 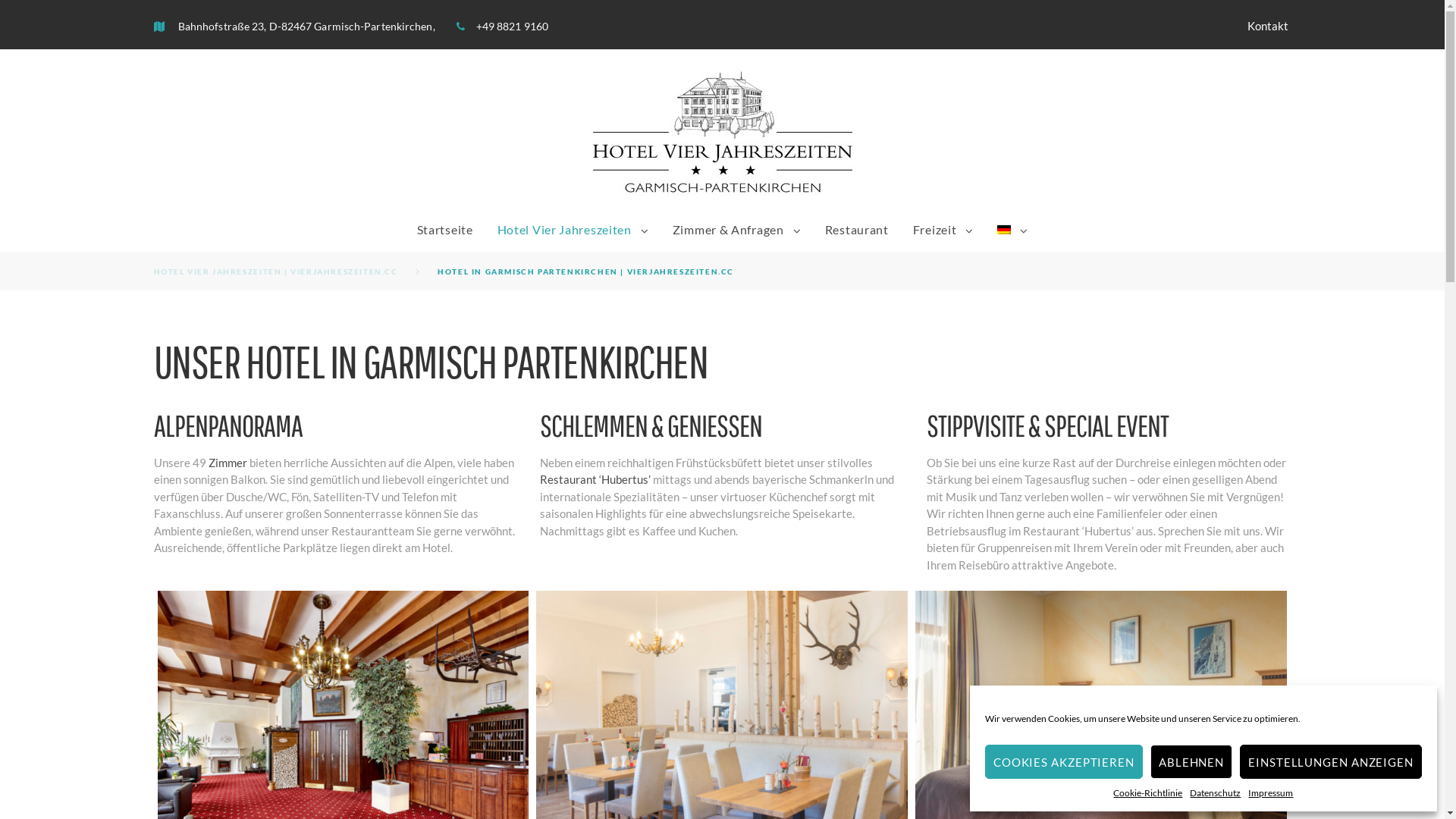 I want to click on 'Impressum', so click(x=1248, y=792).